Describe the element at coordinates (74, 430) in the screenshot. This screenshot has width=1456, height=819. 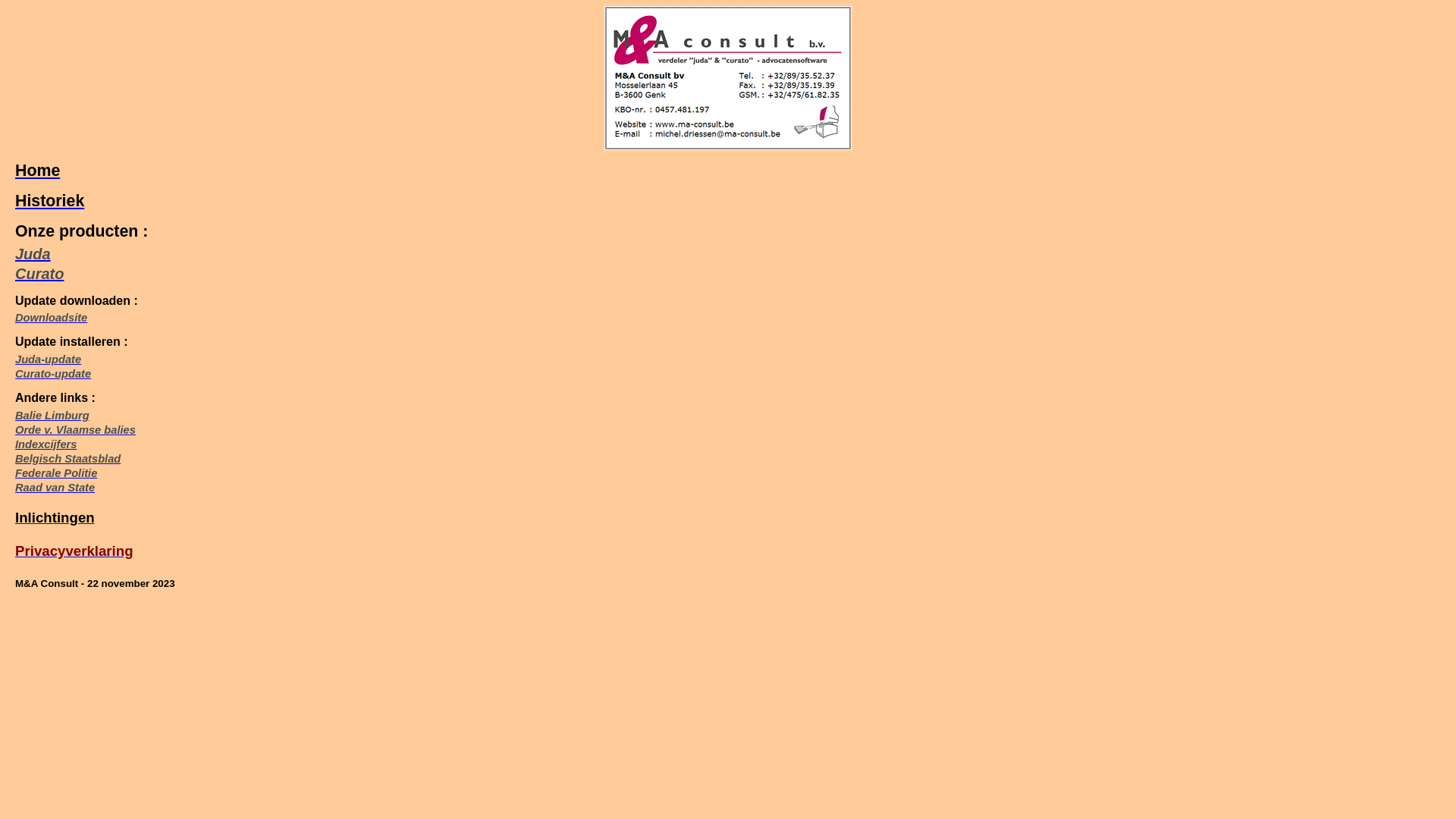
I see `'Orde v. Vlaamse balies'` at that location.